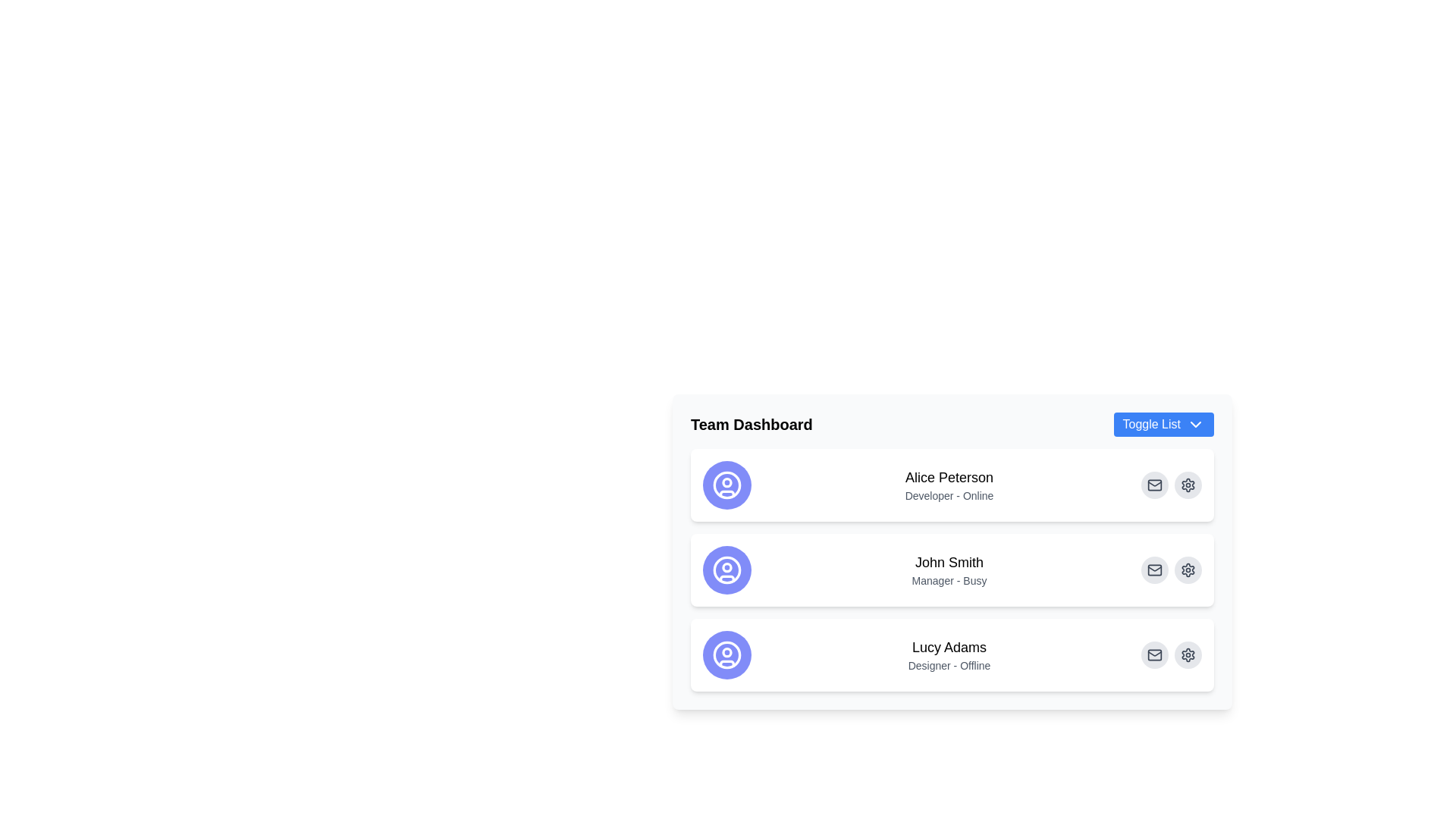 This screenshot has height=819, width=1456. I want to click on the top-left portion of the envelope icon's structural component that is part of the SVG representation, which is visually integral to the envelope design, so click(1153, 485).